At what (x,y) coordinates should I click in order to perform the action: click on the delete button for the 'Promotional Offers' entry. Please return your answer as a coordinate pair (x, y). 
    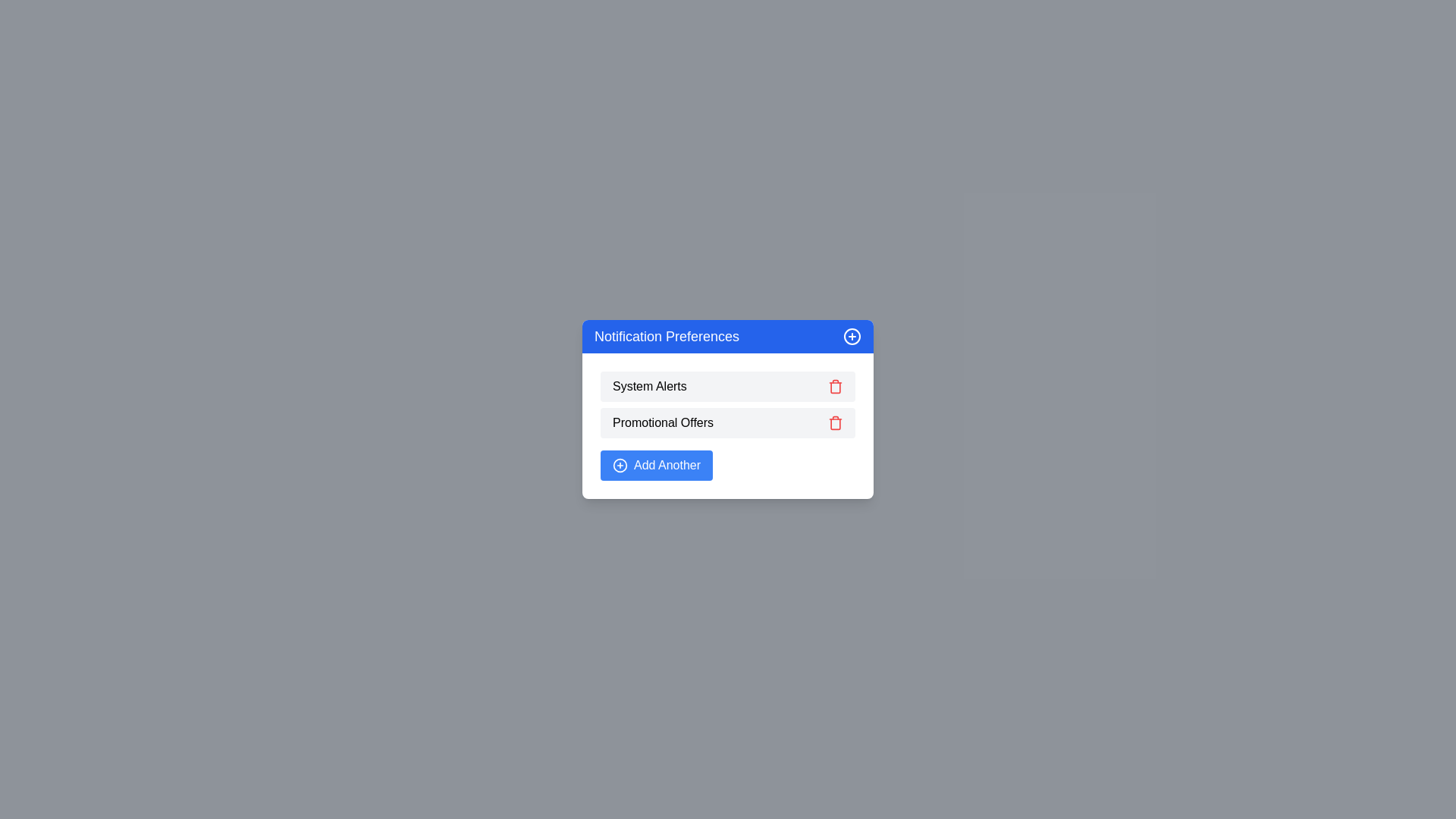
    Looking at the image, I should click on (835, 423).